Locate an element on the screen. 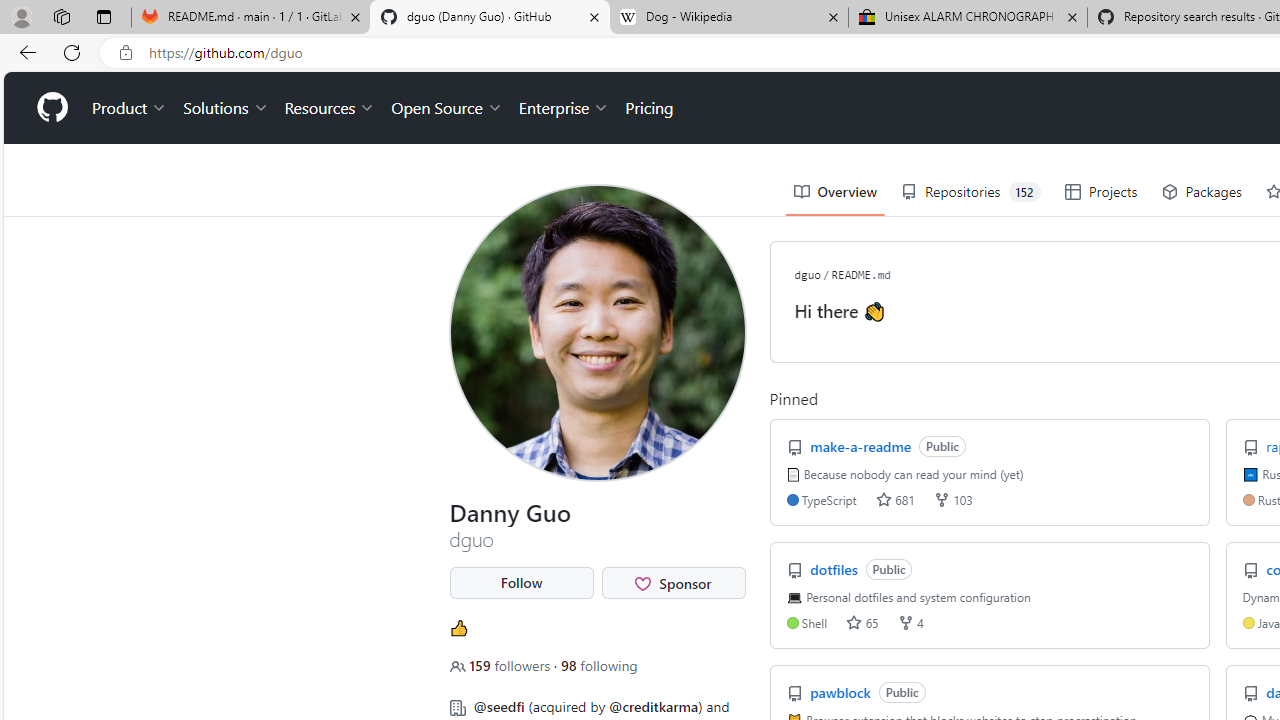 The width and height of the screenshot is (1280, 720). 'Packages' is located at coordinates (1200, 192).